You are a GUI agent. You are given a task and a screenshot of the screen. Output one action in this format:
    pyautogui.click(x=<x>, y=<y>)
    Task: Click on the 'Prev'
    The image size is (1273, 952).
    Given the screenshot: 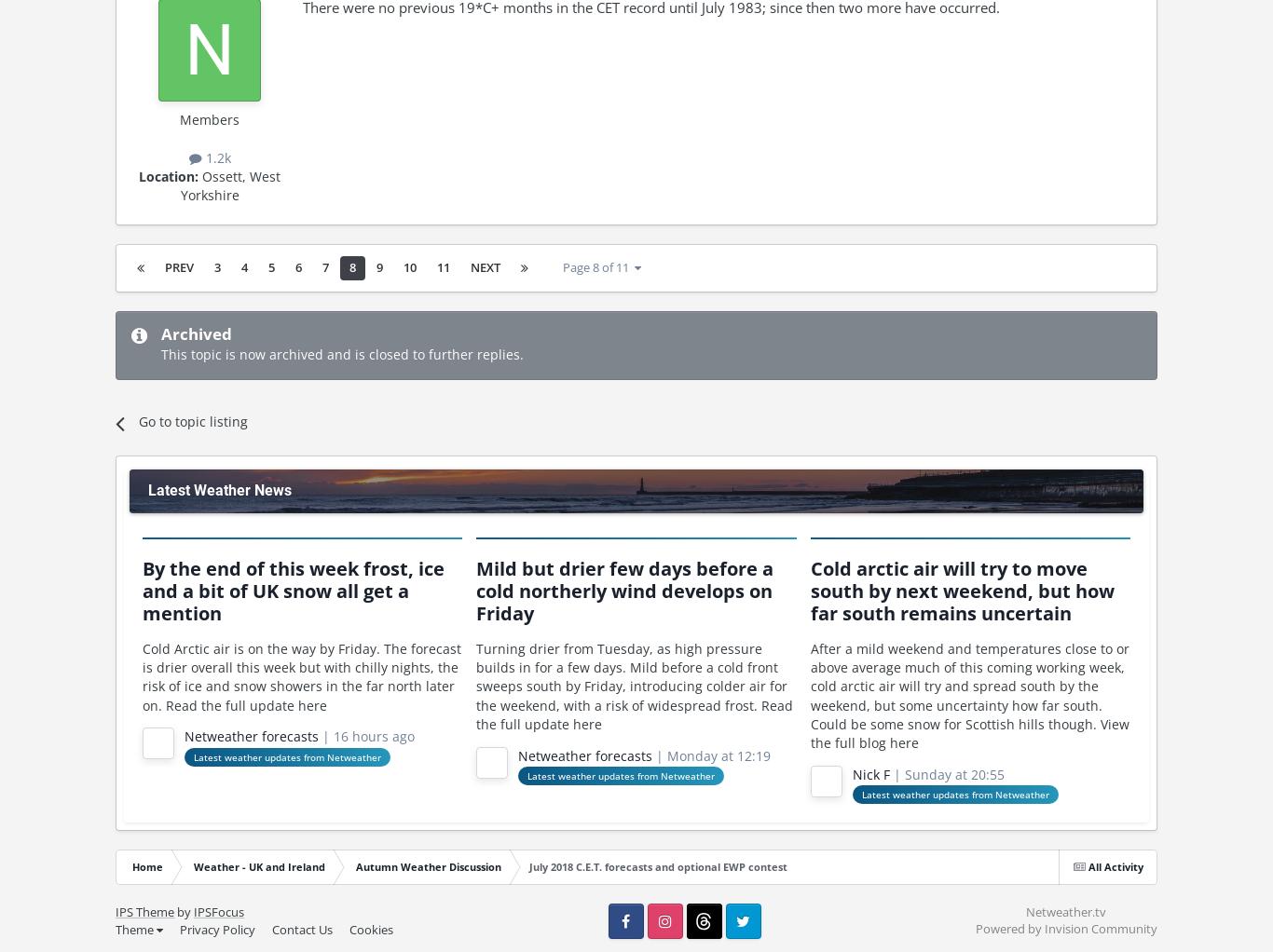 What is the action you would take?
    pyautogui.click(x=164, y=266)
    